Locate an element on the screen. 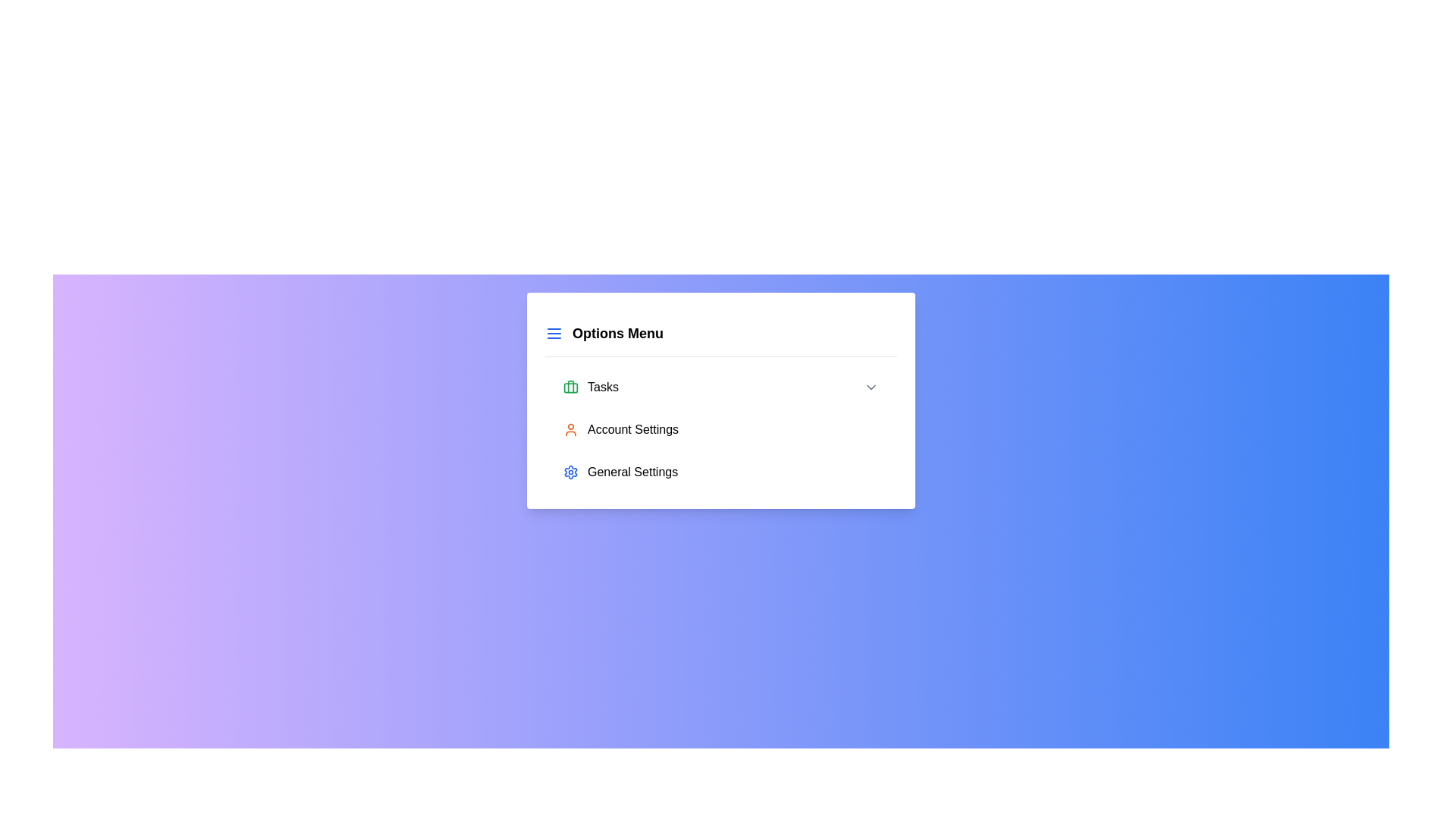 This screenshot has width=1456, height=819. the Menu Icon consisting of three horizontal blue lines, located is located at coordinates (553, 332).